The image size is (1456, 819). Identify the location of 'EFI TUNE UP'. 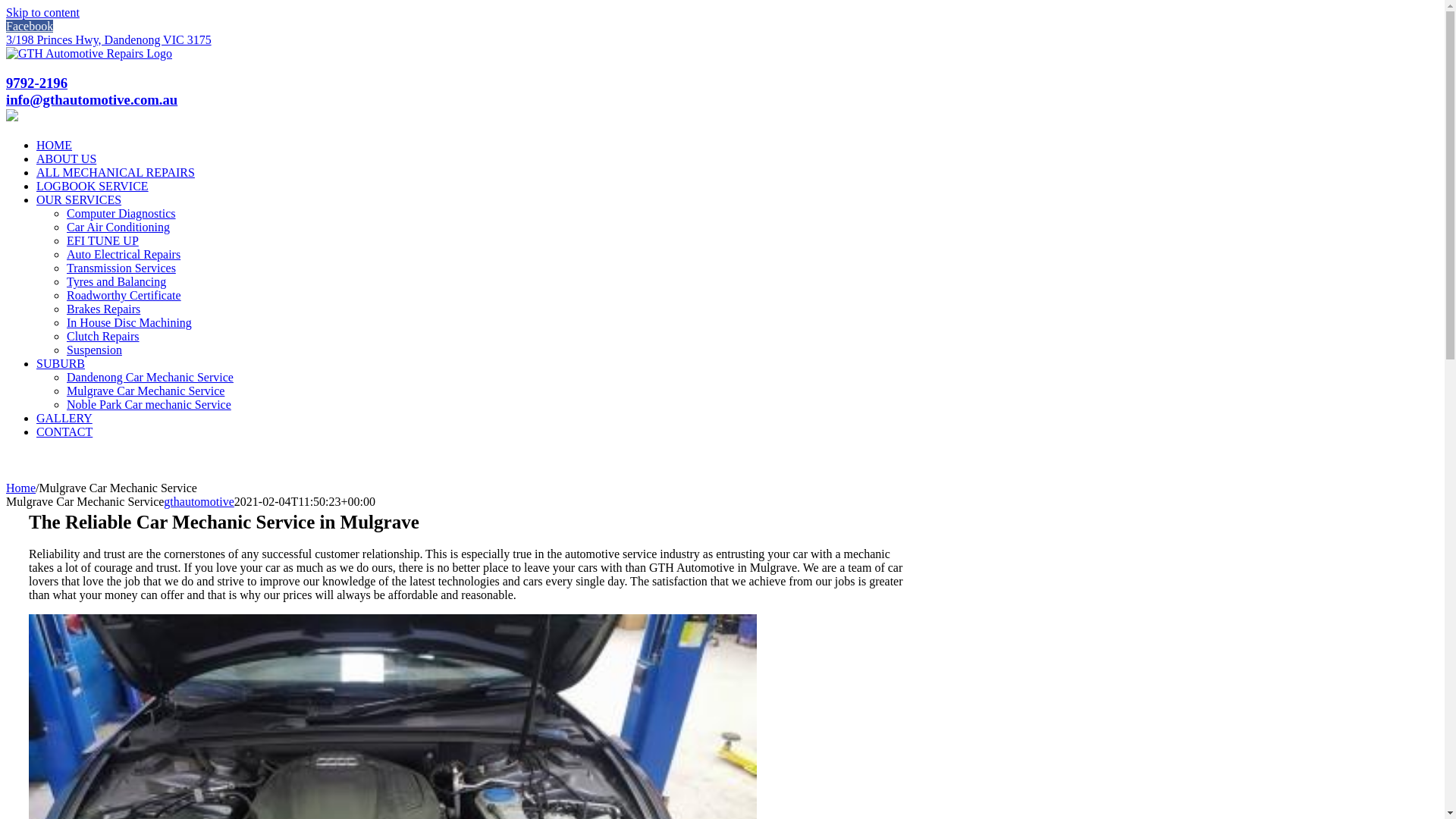
(65, 240).